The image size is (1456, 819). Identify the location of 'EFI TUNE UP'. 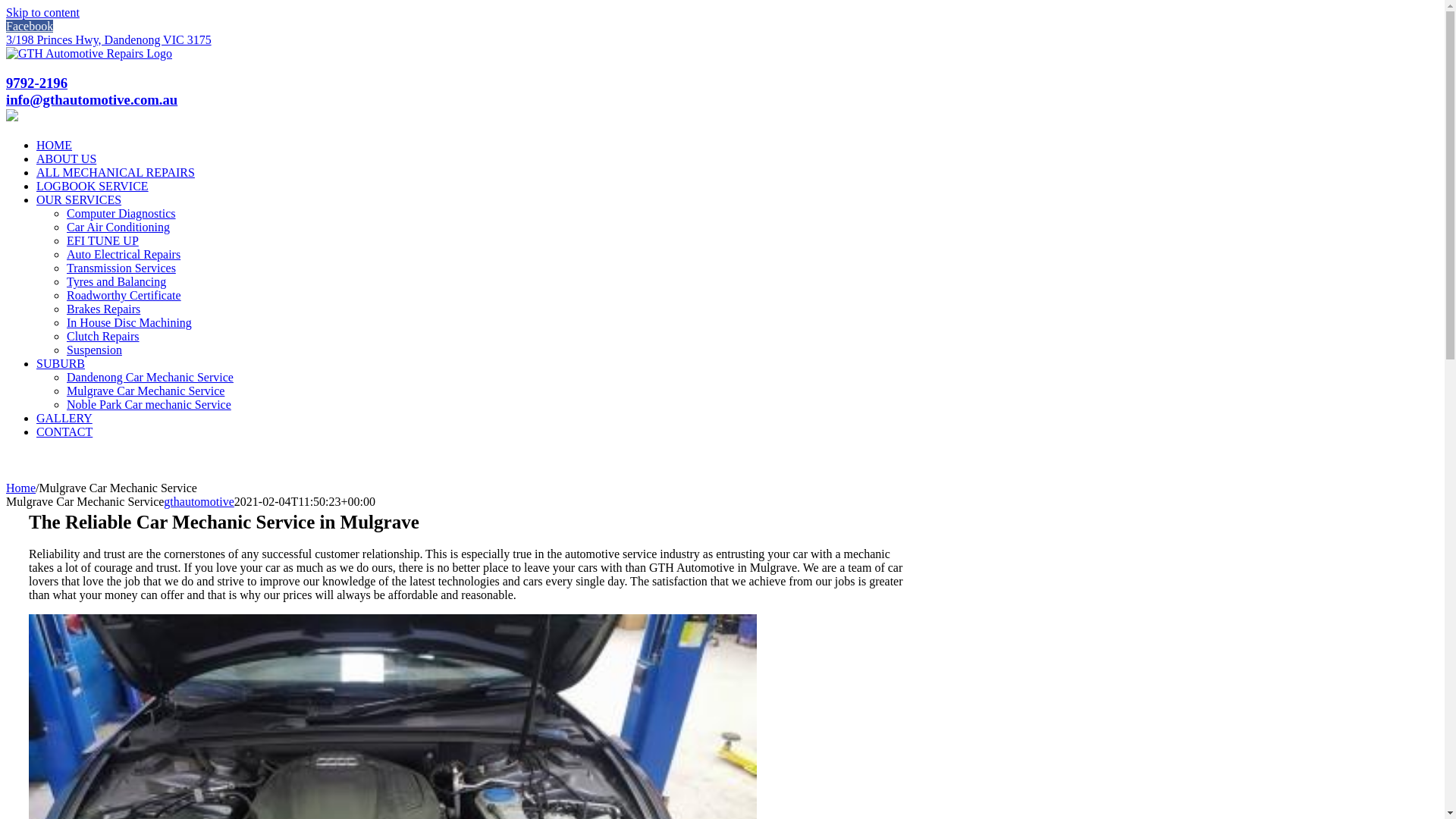
(65, 240).